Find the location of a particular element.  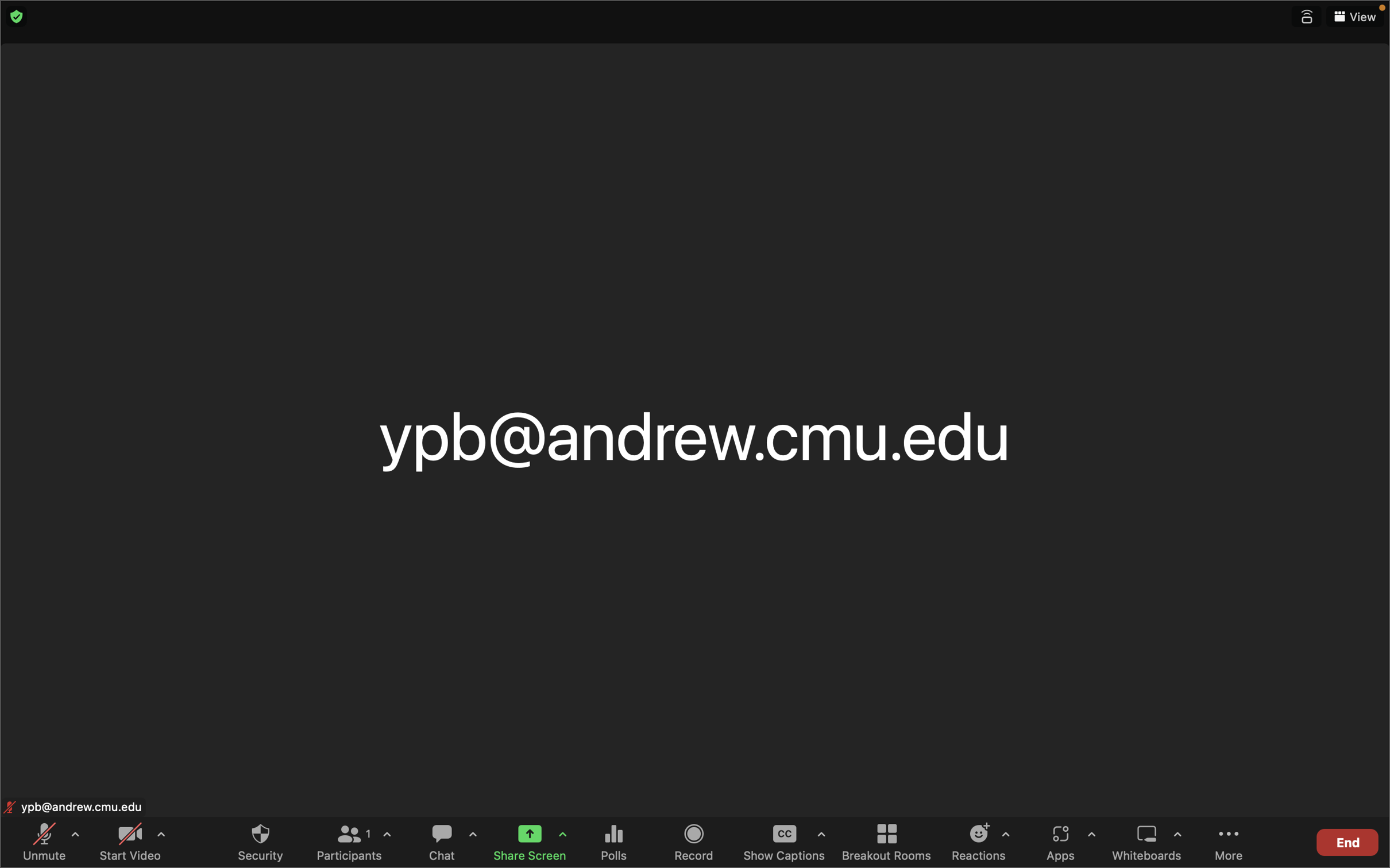

Execute the process to terminate the meeting is located at coordinates (1346, 840).